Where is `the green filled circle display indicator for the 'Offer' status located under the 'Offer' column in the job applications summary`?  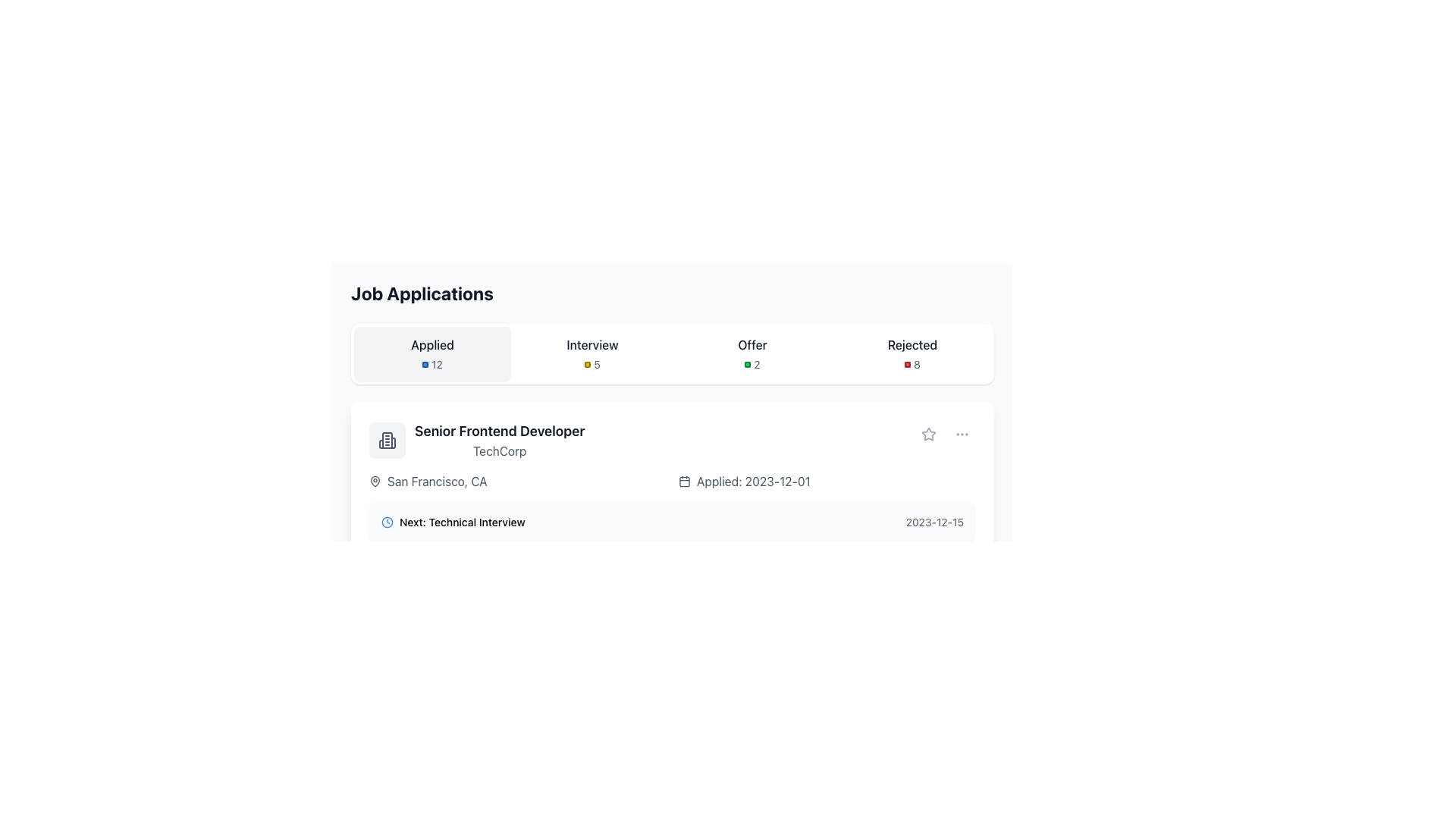 the green filled circle display indicator for the 'Offer' status located under the 'Offer' column in the job applications summary is located at coordinates (752, 365).